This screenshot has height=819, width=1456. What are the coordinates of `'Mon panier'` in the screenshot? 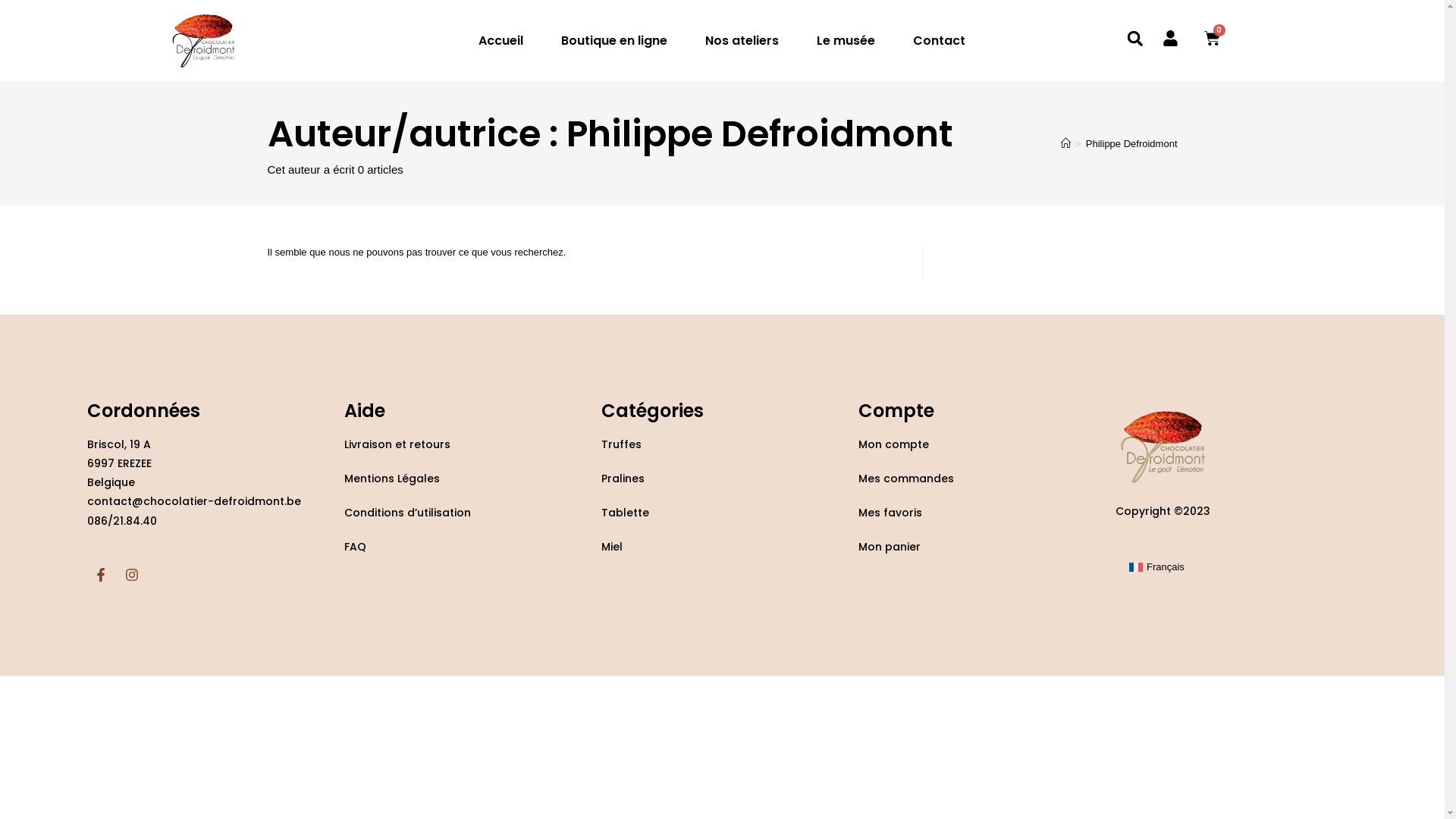 It's located at (889, 547).